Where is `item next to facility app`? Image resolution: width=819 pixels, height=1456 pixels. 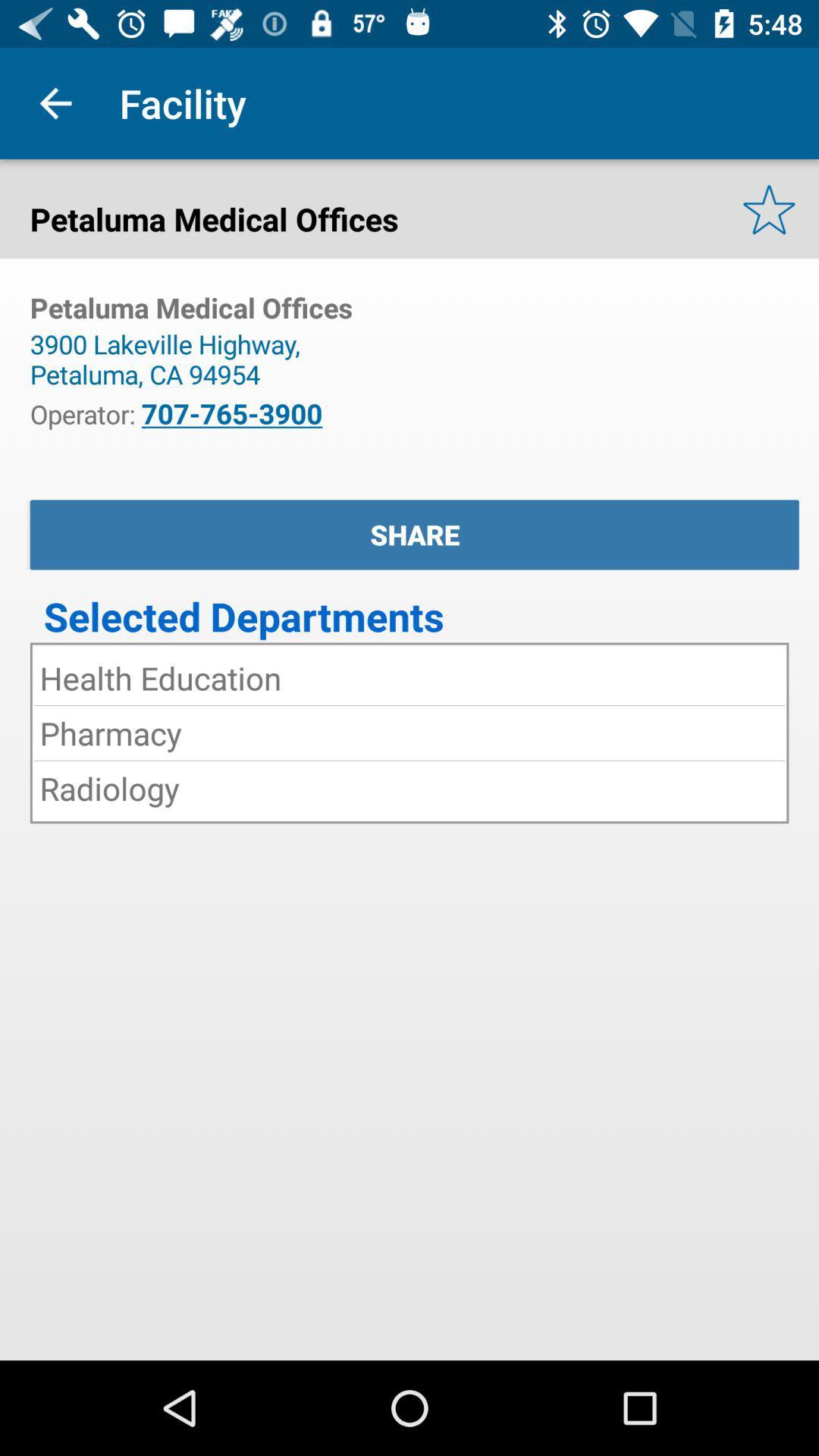
item next to facility app is located at coordinates (55, 102).